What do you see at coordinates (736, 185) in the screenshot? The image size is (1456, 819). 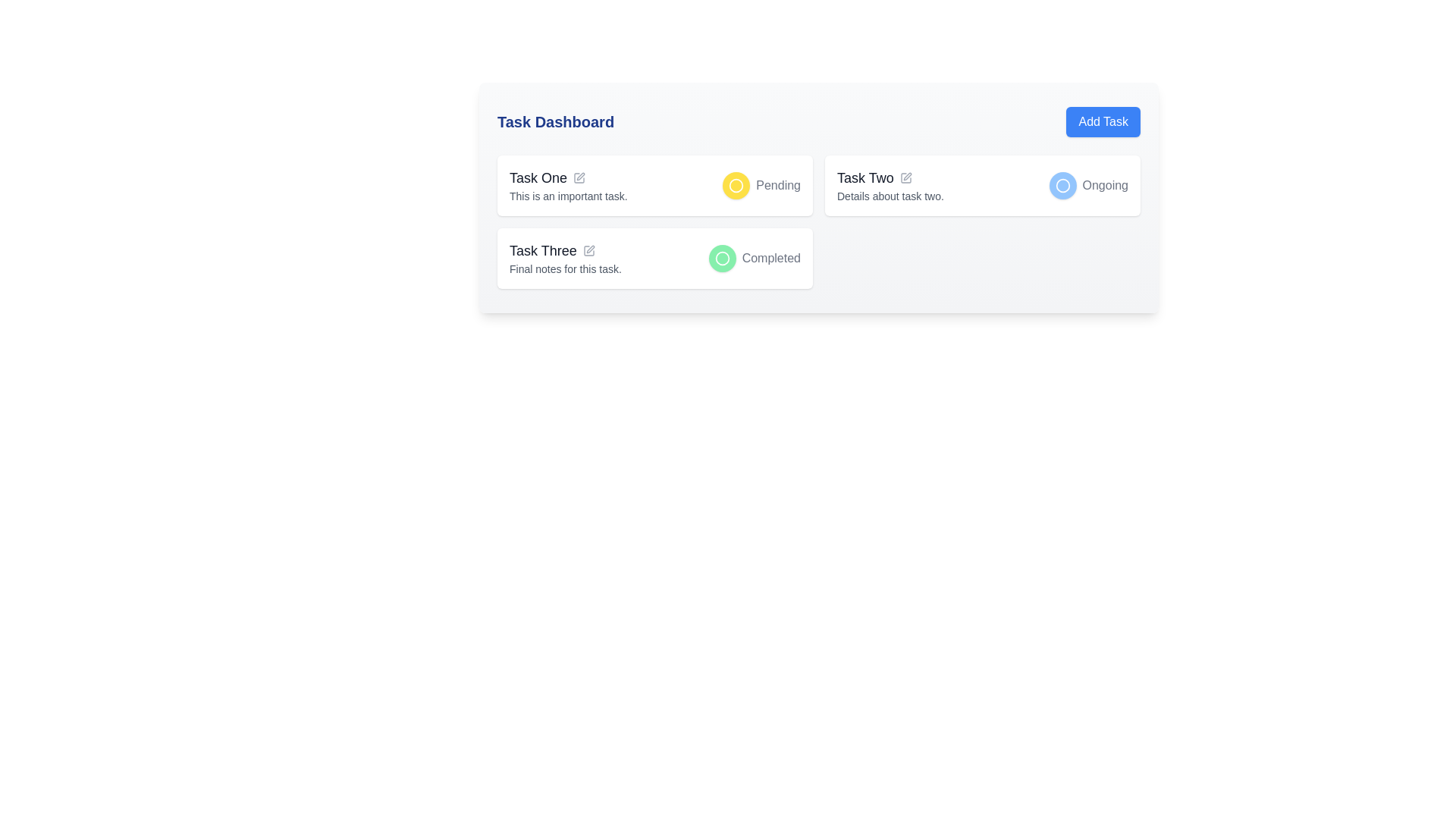 I see `the first icon (circle) in the 'Task Dashboard' under the 'Task One' section, which is positioned beside the label 'Pending'` at bounding box center [736, 185].